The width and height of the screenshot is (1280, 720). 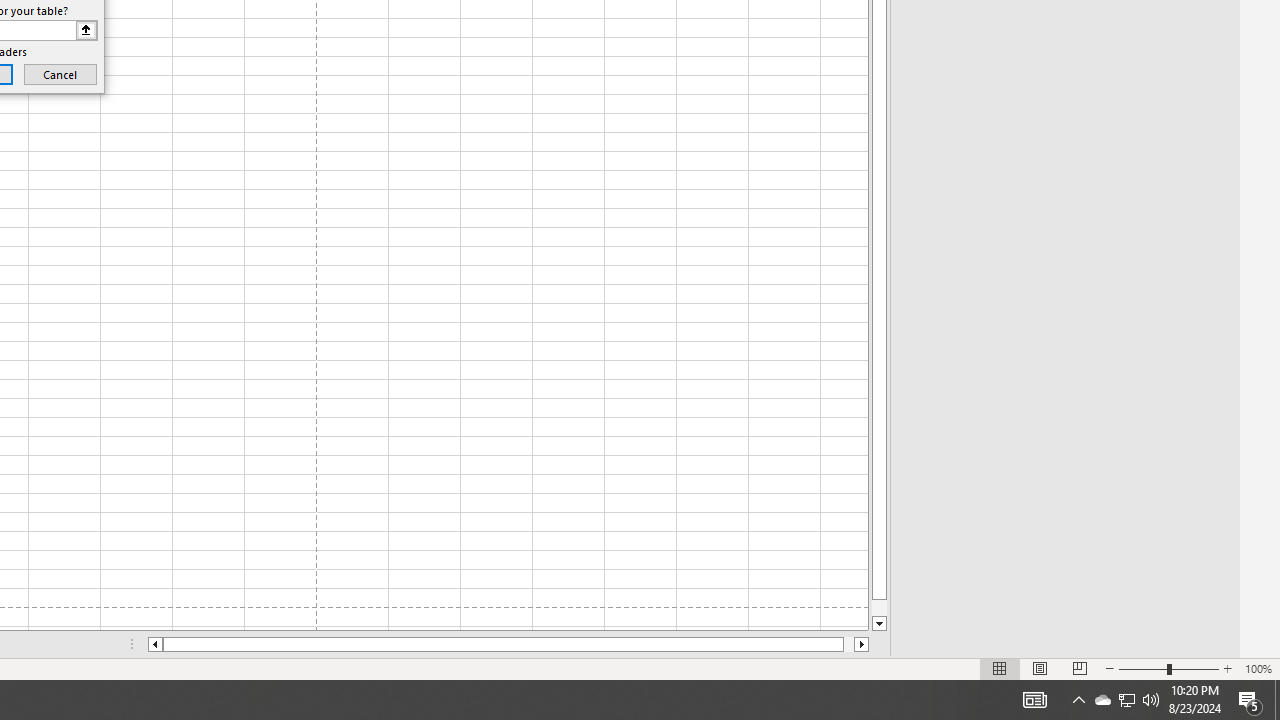 I want to click on 'Page Break Preview', so click(x=1078, y=669).